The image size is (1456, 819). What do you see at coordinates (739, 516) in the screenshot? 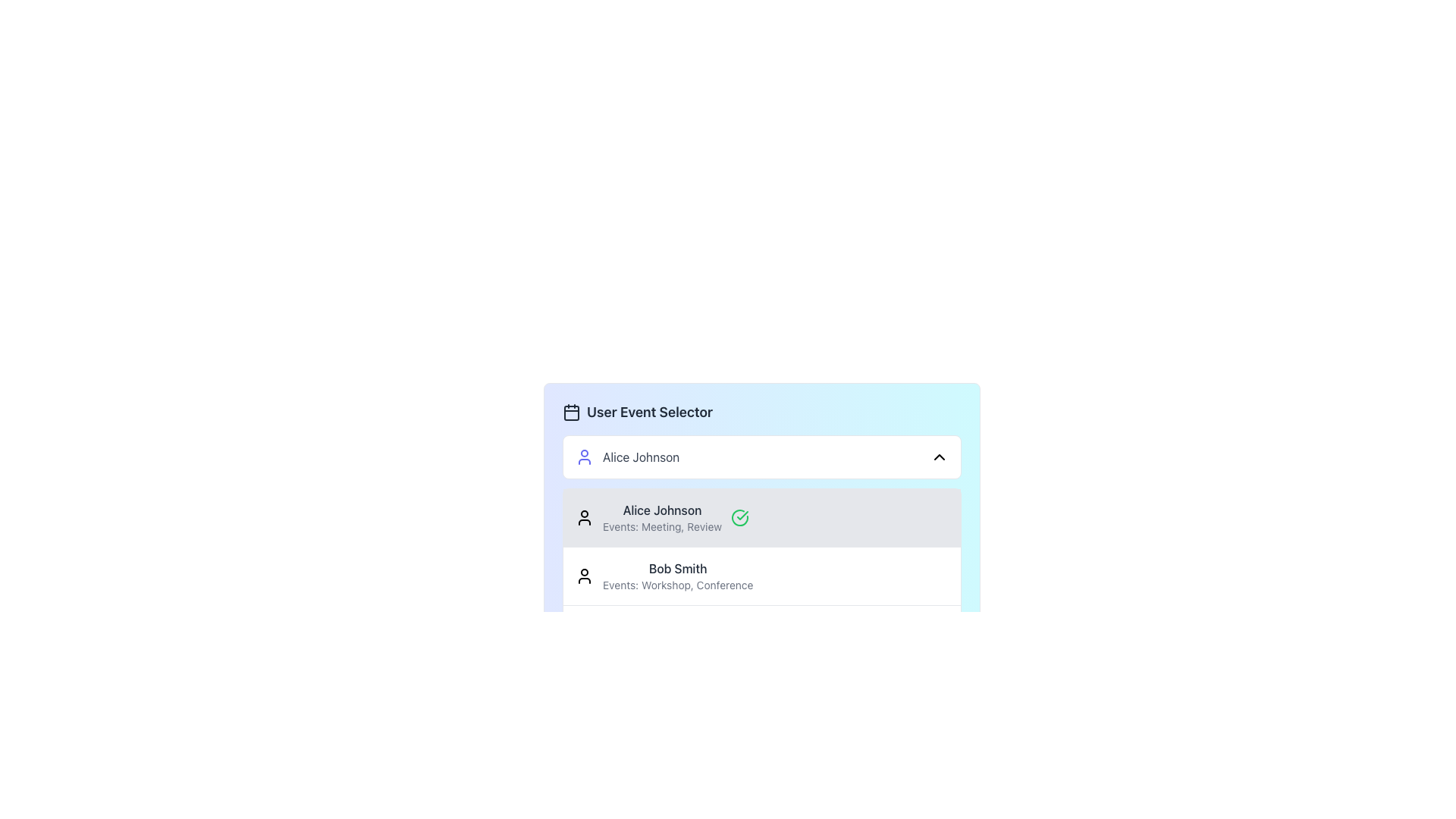
I see `the confirmation icon located to the right of 'Alice Johnson Events: Meeting, Review' to interact with the selected user information` at bounding box center [739, 516].